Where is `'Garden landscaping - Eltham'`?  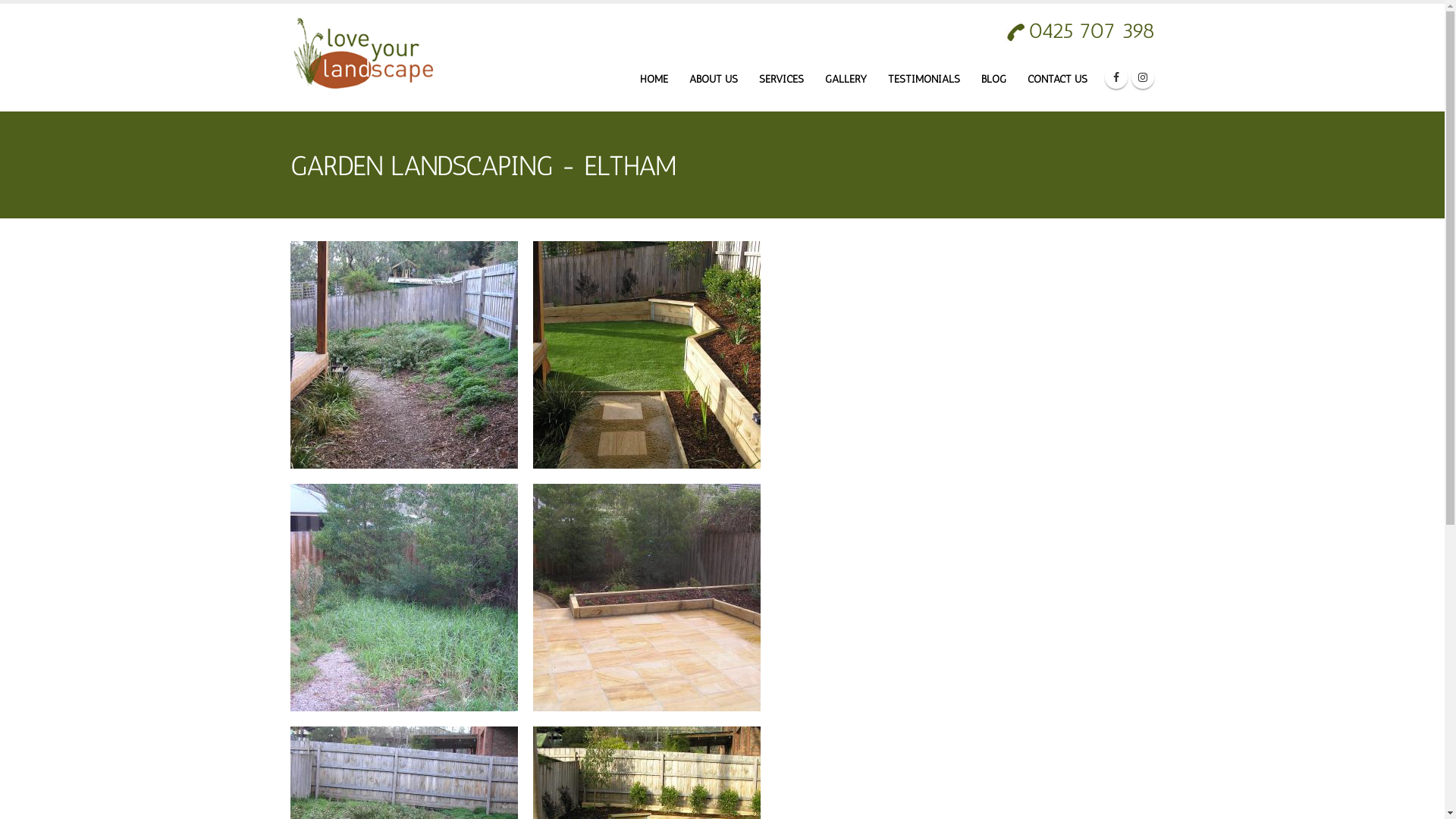
'Garden landscaping - Eltham' is located at coordinates (645, 353).